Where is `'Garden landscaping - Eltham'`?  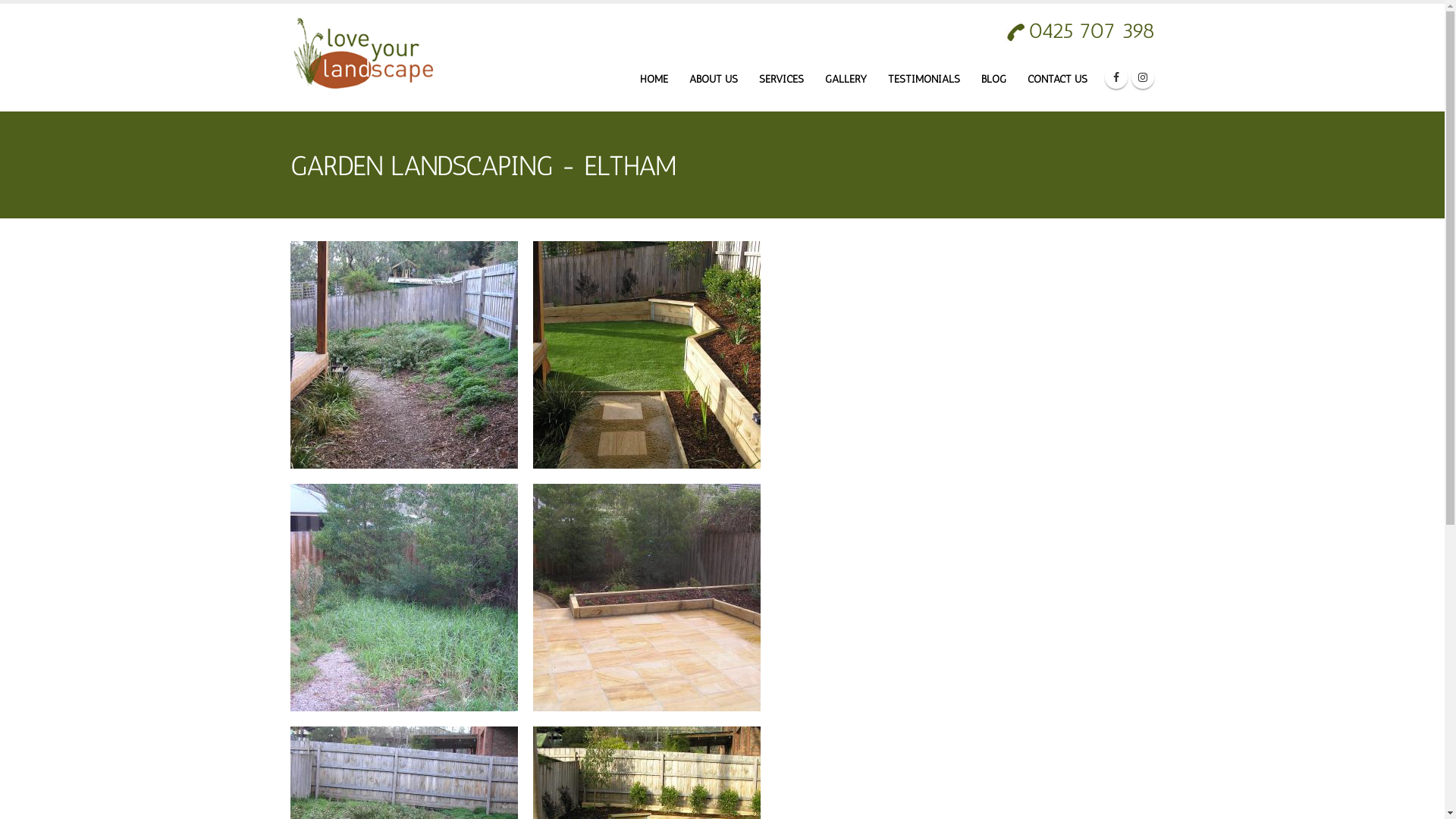
'Garden landscaping - Eltham' is located at coordinates (645, 353).